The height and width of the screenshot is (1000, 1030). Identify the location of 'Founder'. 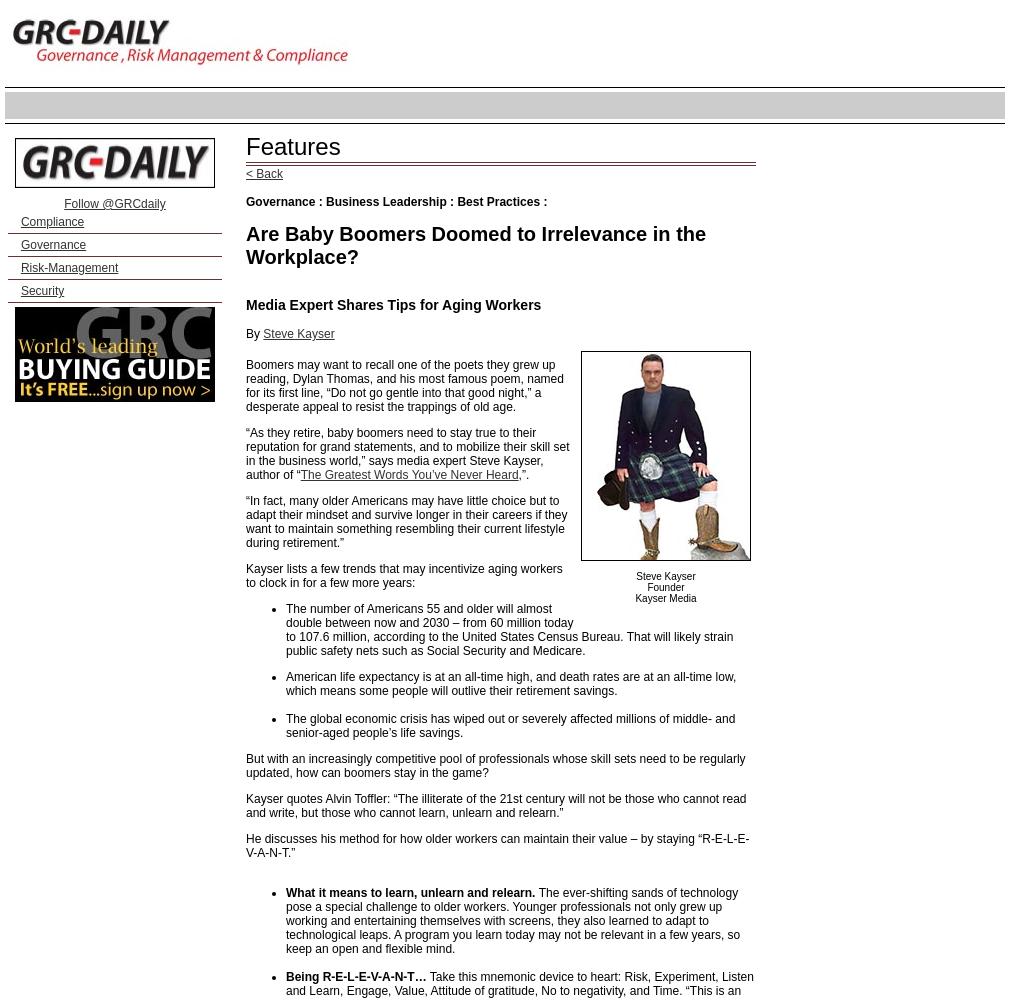
(646, 586).